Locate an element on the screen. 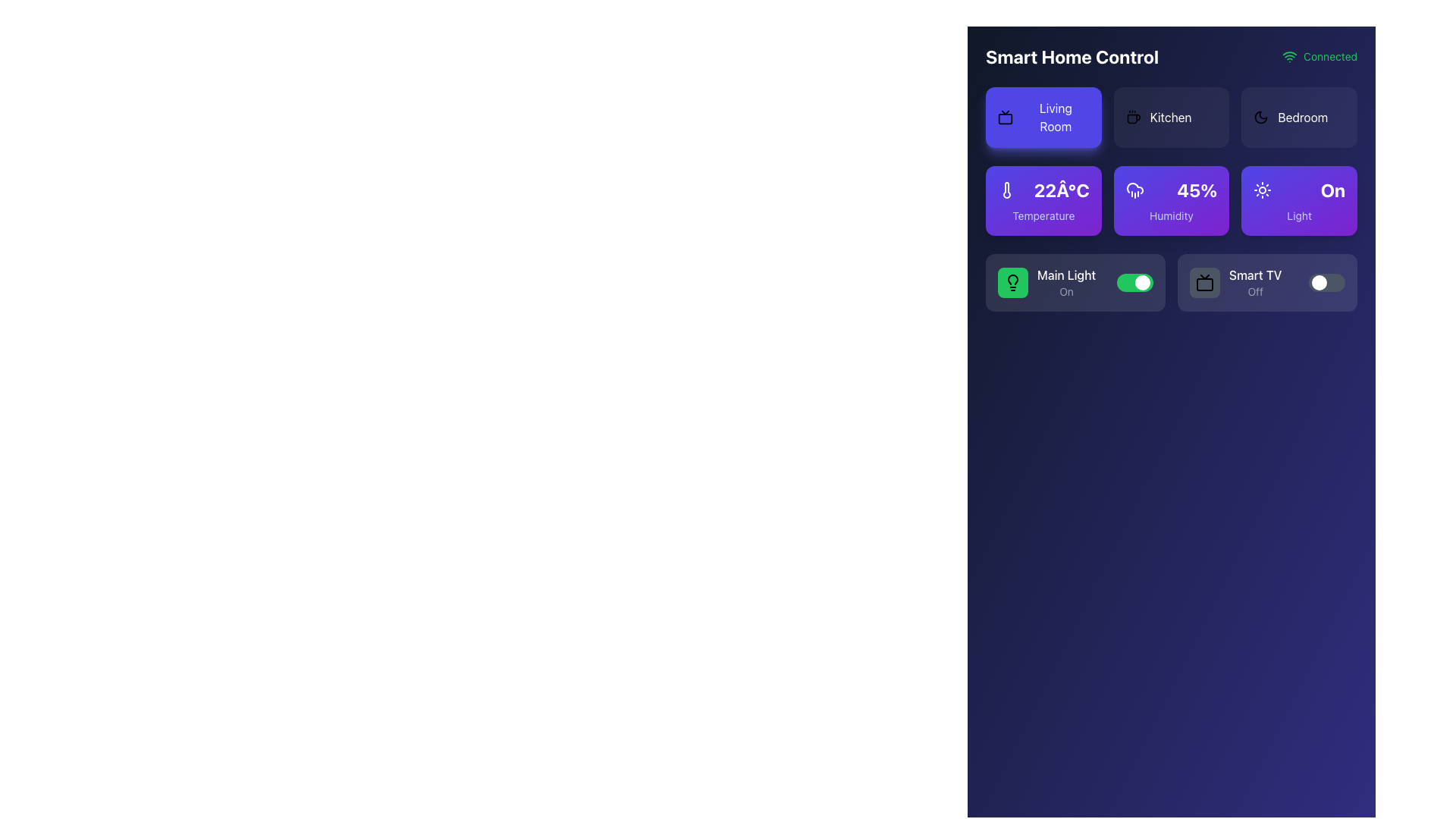 The width and height of the screenshot is (1456, 819). the button labeled 'Kitchen' which has a coffee cup icon on the left, located in the second group of options in the horizontal menu is located at coordinates (1171, 116).